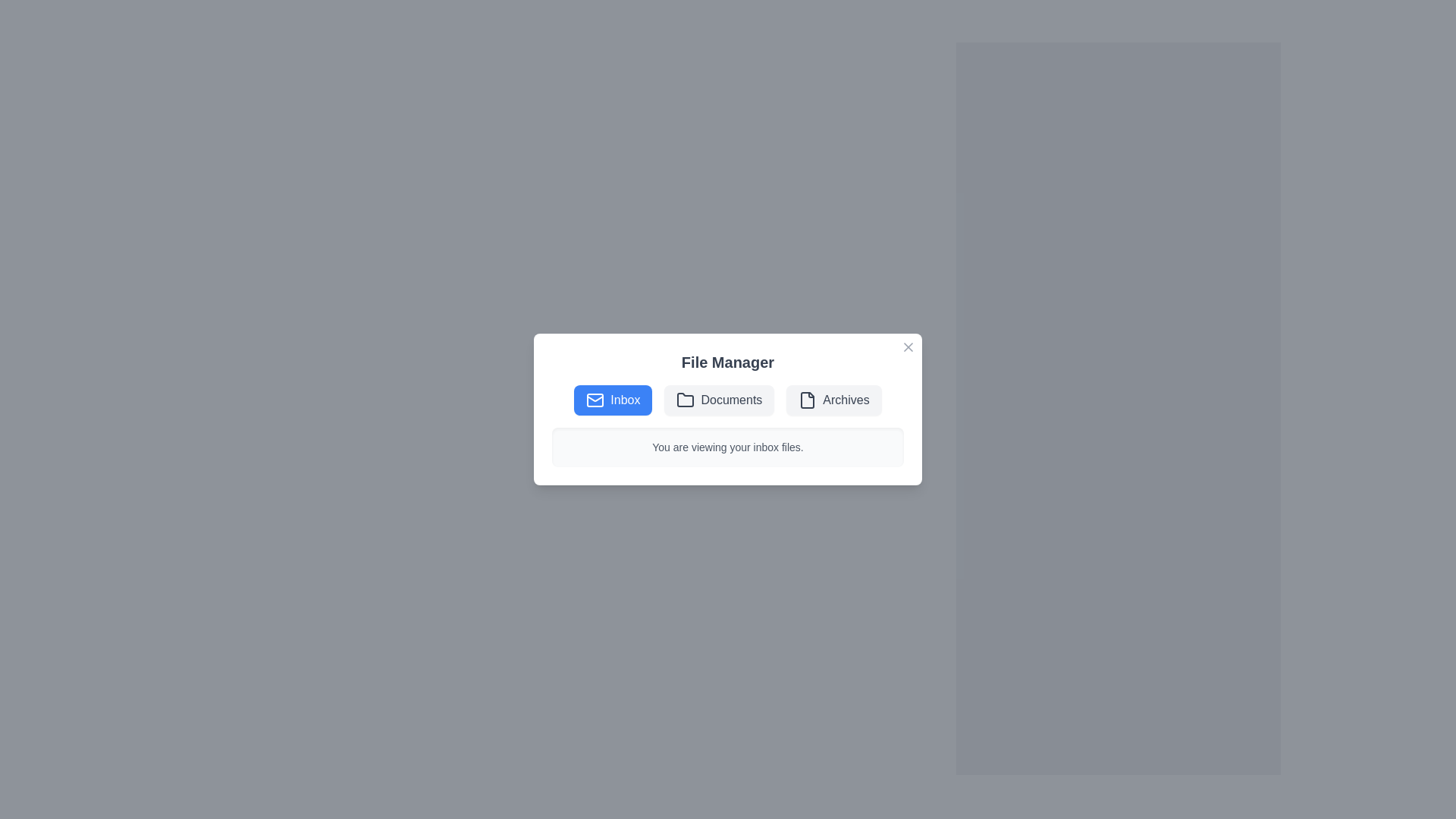  Describe the element at coordinates (613, 400) in the screenshot. I see `the 'Inbox' button, which is a rectangular button with rounded corners, featuring a blue background and a white envelope icon, located in the 'File Manager' modal box` at that location.